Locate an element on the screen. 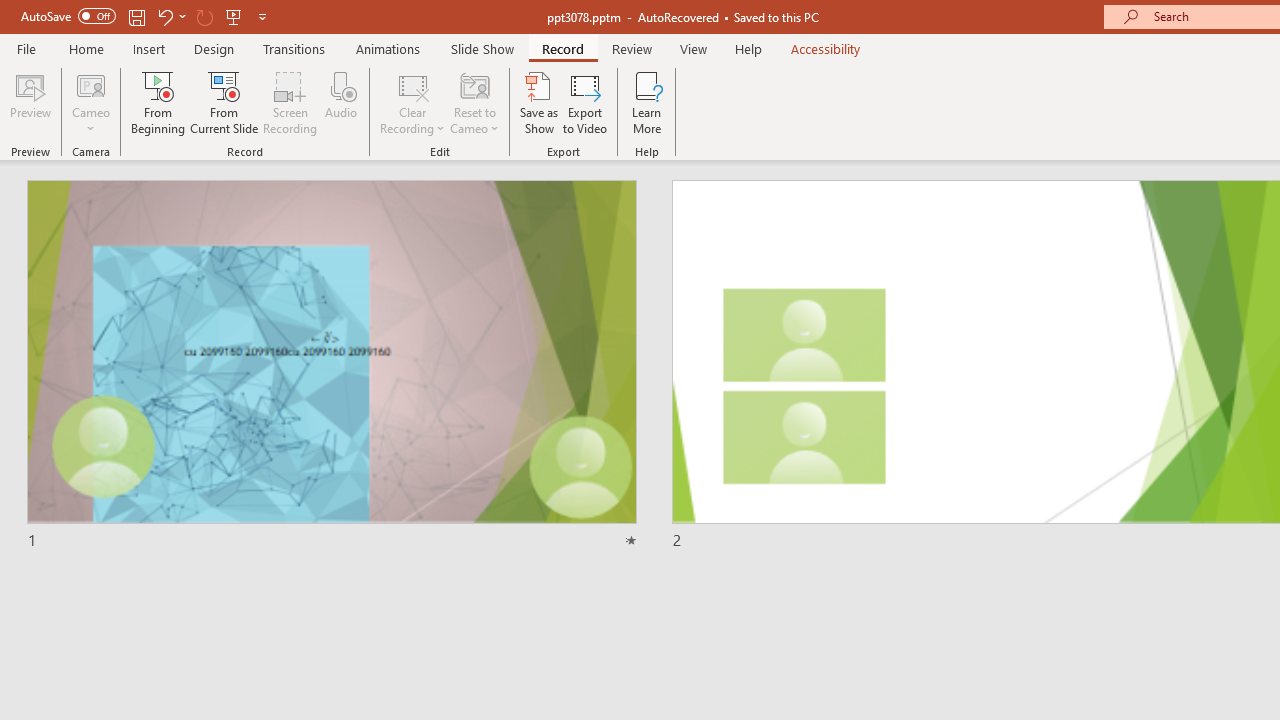 Image resolution: width=1280 pixels, height=720 pixels. 'Save as Show' is located at coordinates (539, 103).